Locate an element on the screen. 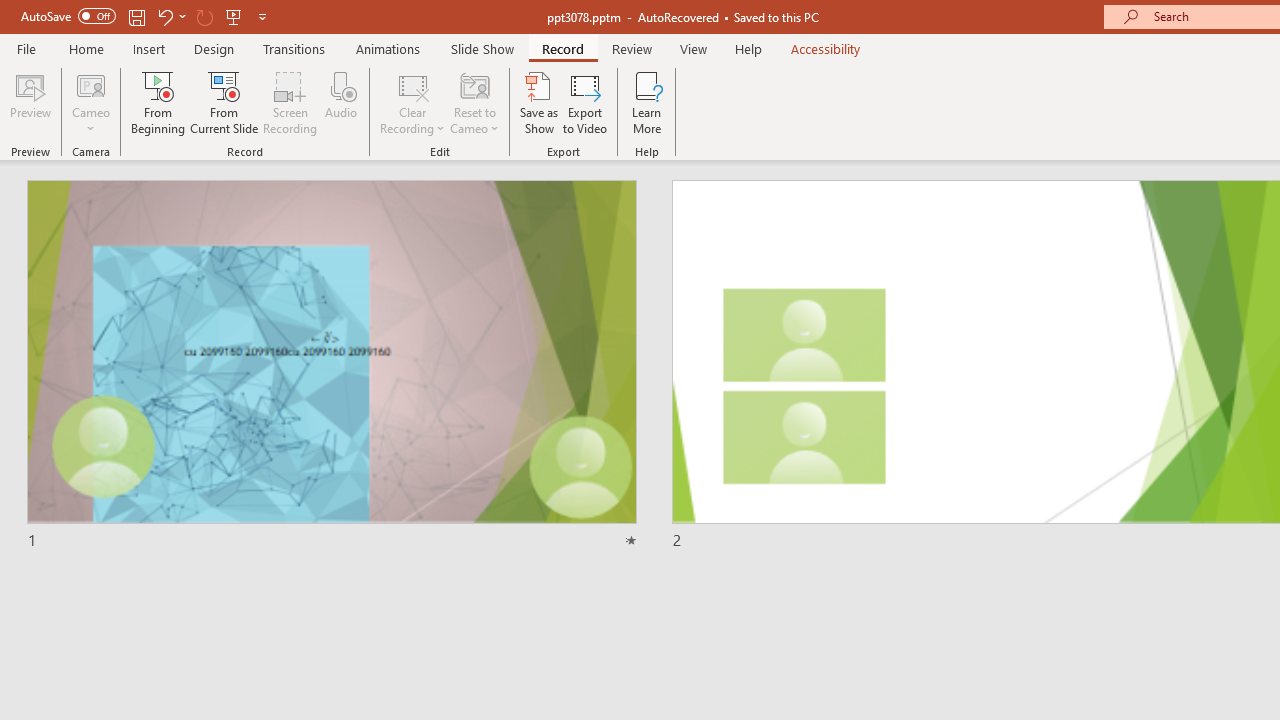 Image resolution: width=1280 pixels, height=720 pixels. 'Save as Show' is located at coordinates (539, 103).